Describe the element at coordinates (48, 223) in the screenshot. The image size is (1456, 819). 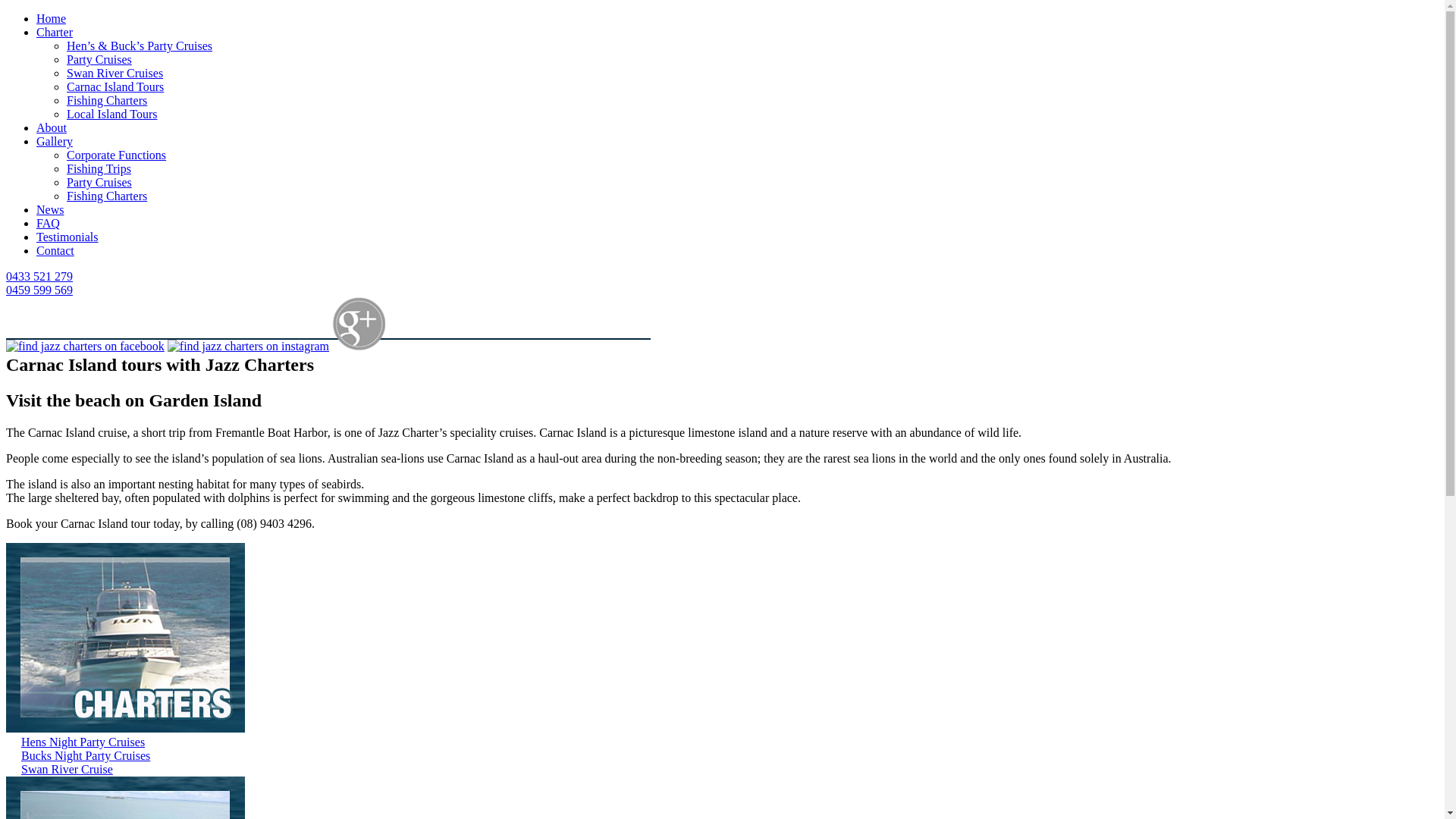
I see `'FAQ'` at that location.